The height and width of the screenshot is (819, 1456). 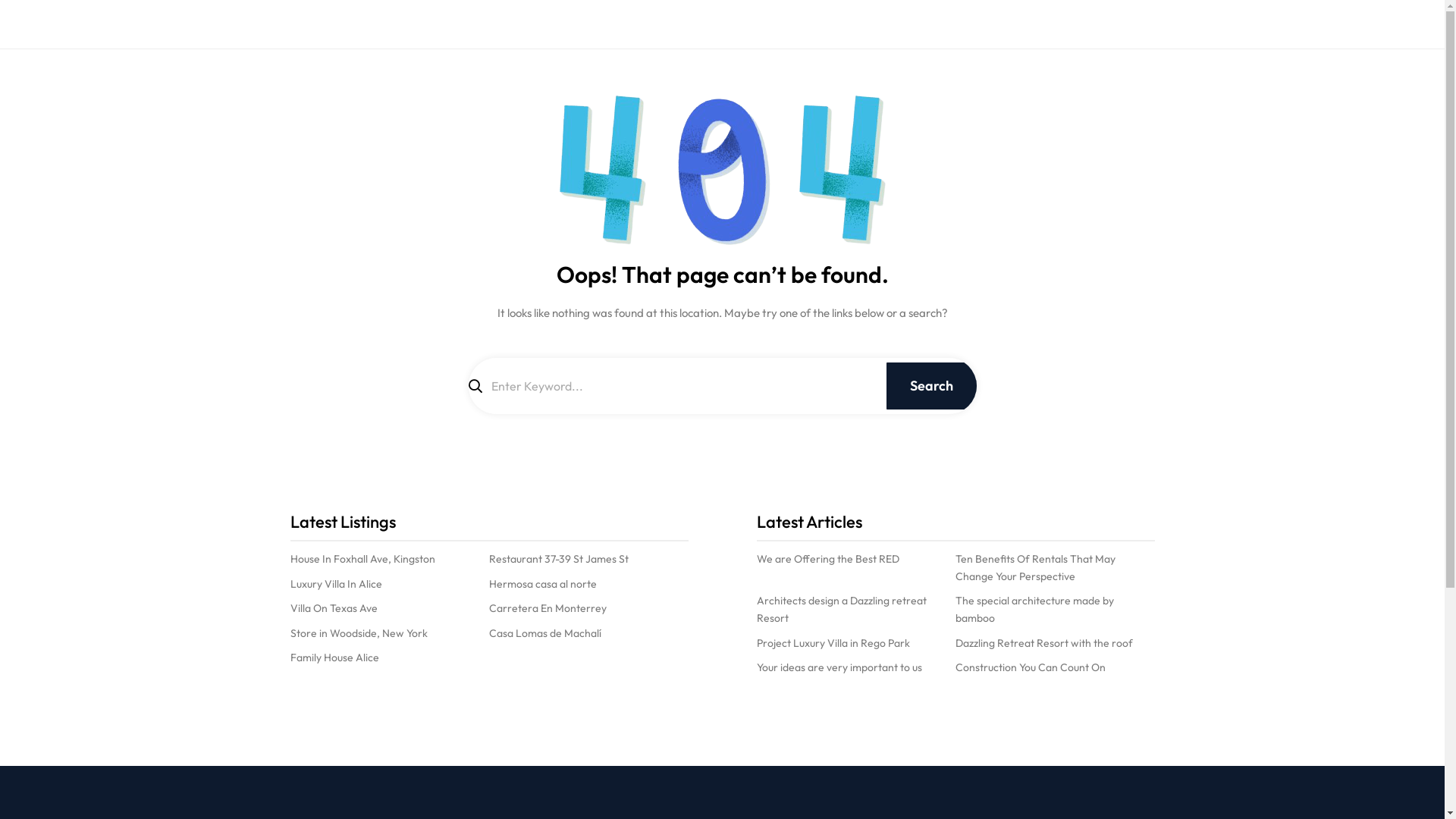 What do you see at coordinates (856, 608) in the screenshot?
I see `'Architects design a Dazzling retreat Resort'` at bounding box center [856, 608].